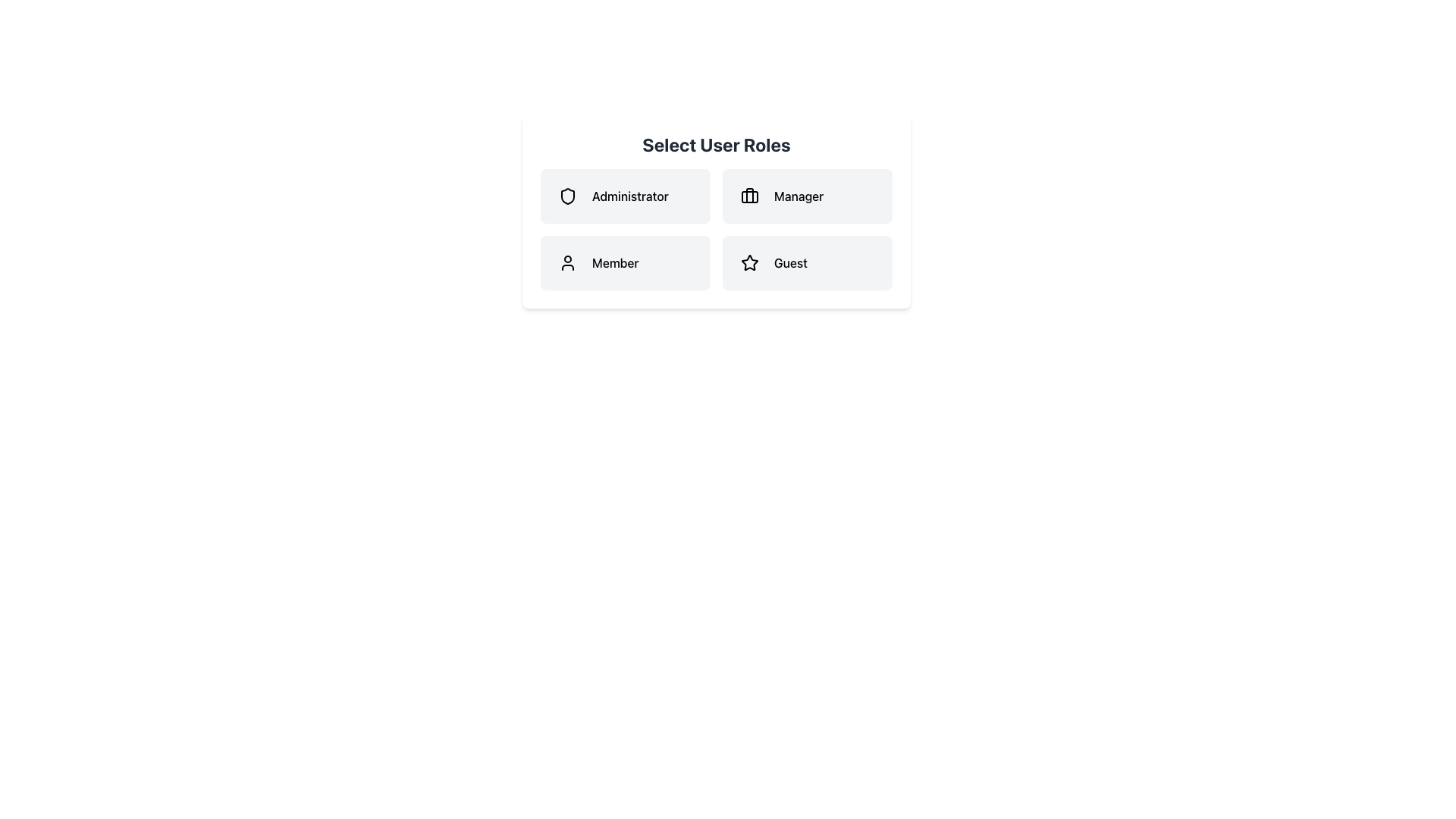 Image resolution: width=1456 pixels, height=819 pixels. I want to click on the 'Member' role icon located in the lower-left quadrant of the grid layout, directly below the 'Administrator' element and to the left of the 'Guest' element, so click(566, 262).